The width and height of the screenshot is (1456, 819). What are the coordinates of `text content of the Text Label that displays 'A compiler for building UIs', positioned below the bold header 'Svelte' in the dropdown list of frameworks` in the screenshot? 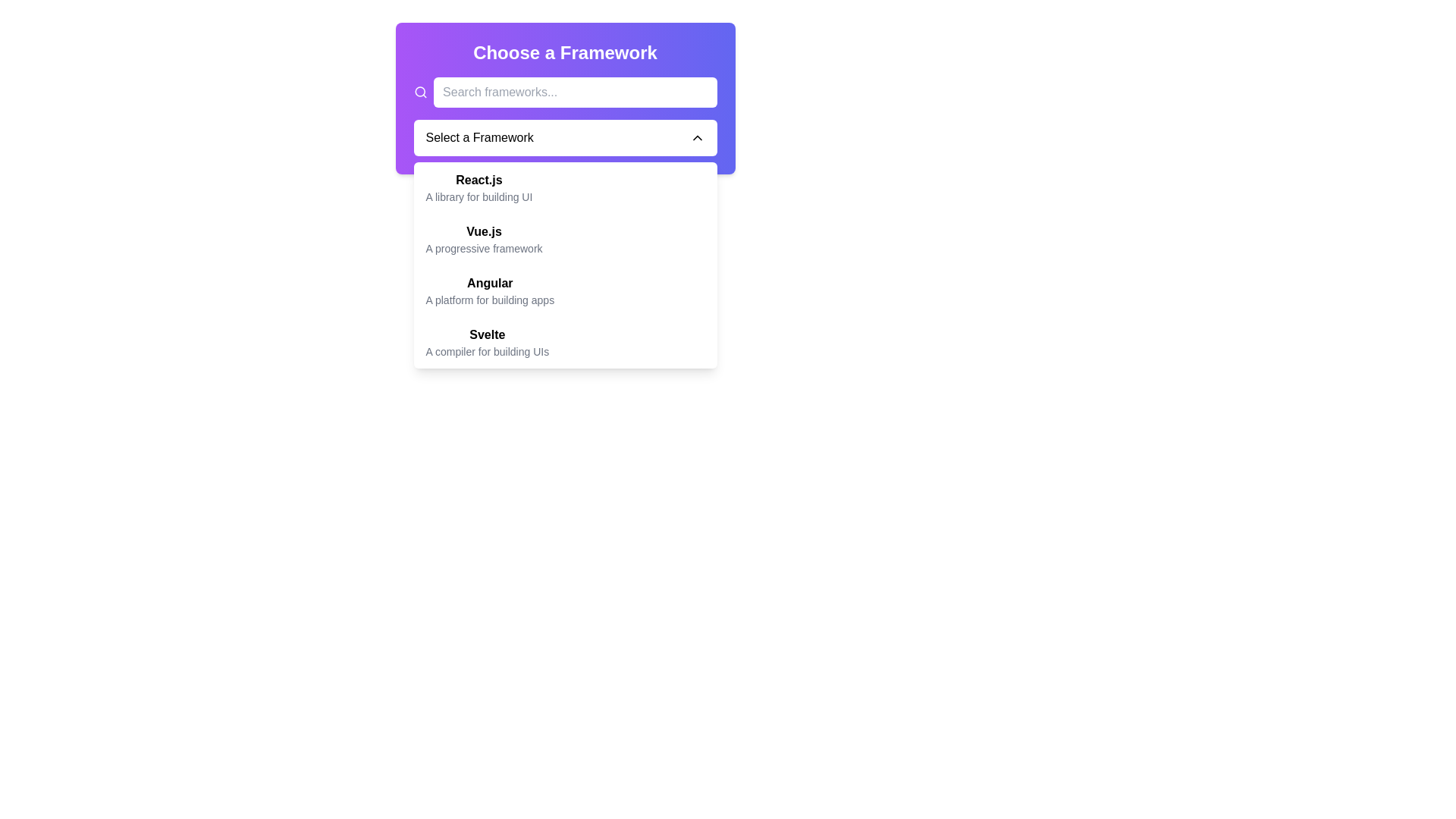 It's located at (487, 351).